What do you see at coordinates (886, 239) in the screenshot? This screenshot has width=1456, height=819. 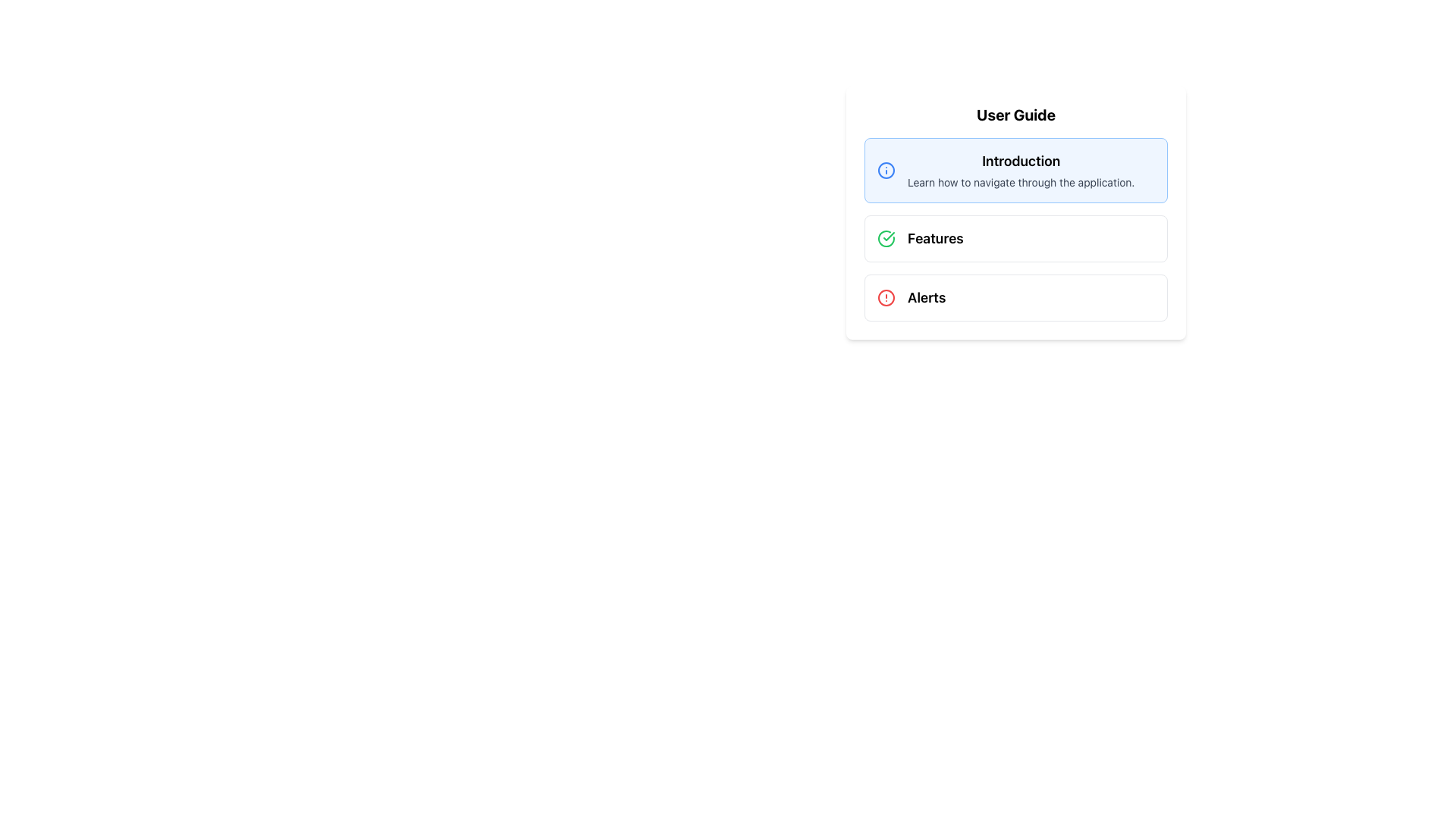 I see `the circular icon with a green checkmark inside, located in the 'Features' section, to the left of the text 'Features'` at bounding box center [886, 239].